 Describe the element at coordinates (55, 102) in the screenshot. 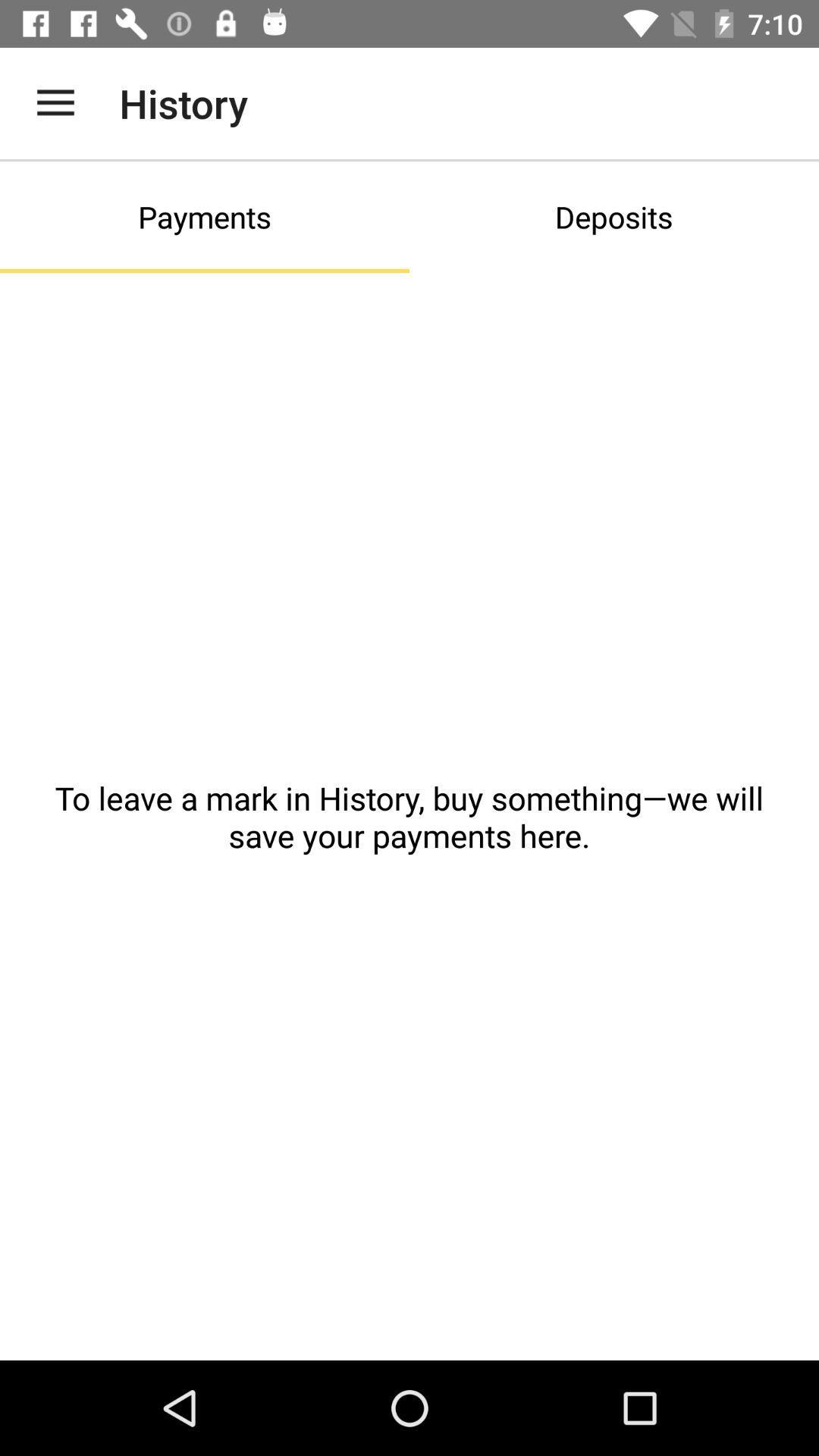

I see `the icon next to the history icon` at that location.